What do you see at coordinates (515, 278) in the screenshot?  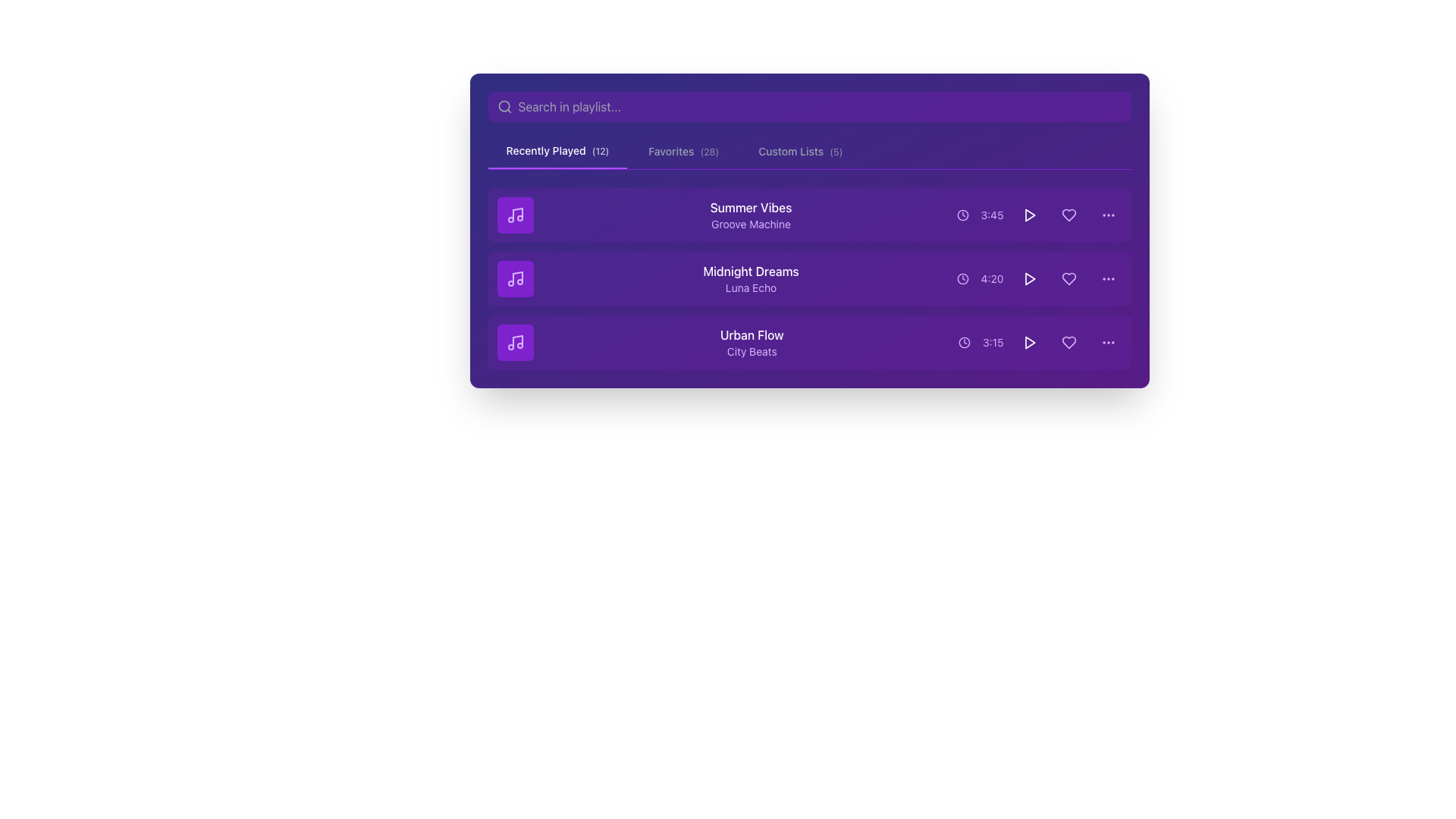 I see `the square-shaped purple icon with a white musical note symbol, located to the left of the 'Midnight Dreams' list item in the 'Recently Played' section` at bounding box center [515, 278].